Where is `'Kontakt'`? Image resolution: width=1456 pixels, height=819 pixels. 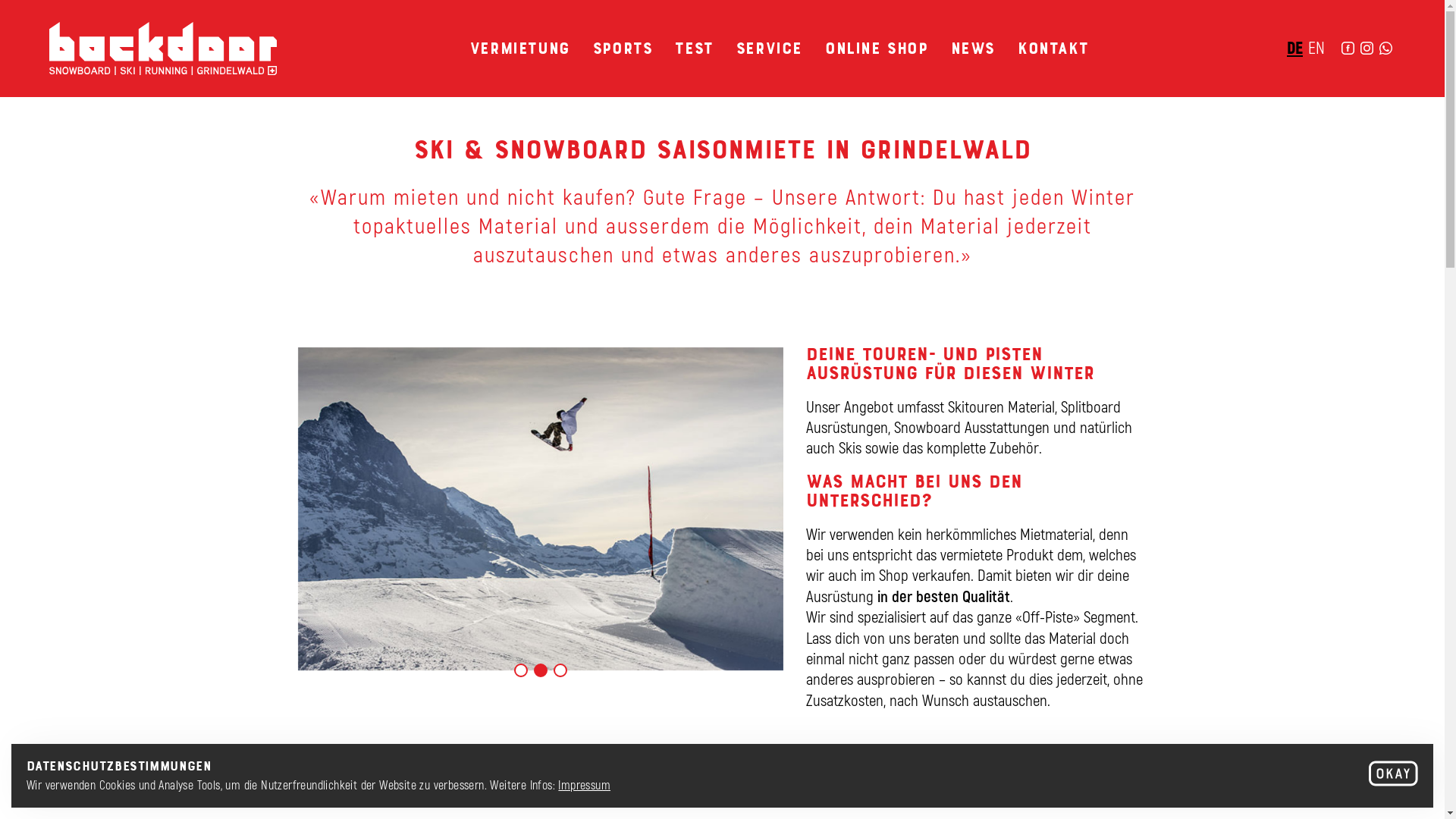 'Kontakt' is located at coordinates (1052, 45).